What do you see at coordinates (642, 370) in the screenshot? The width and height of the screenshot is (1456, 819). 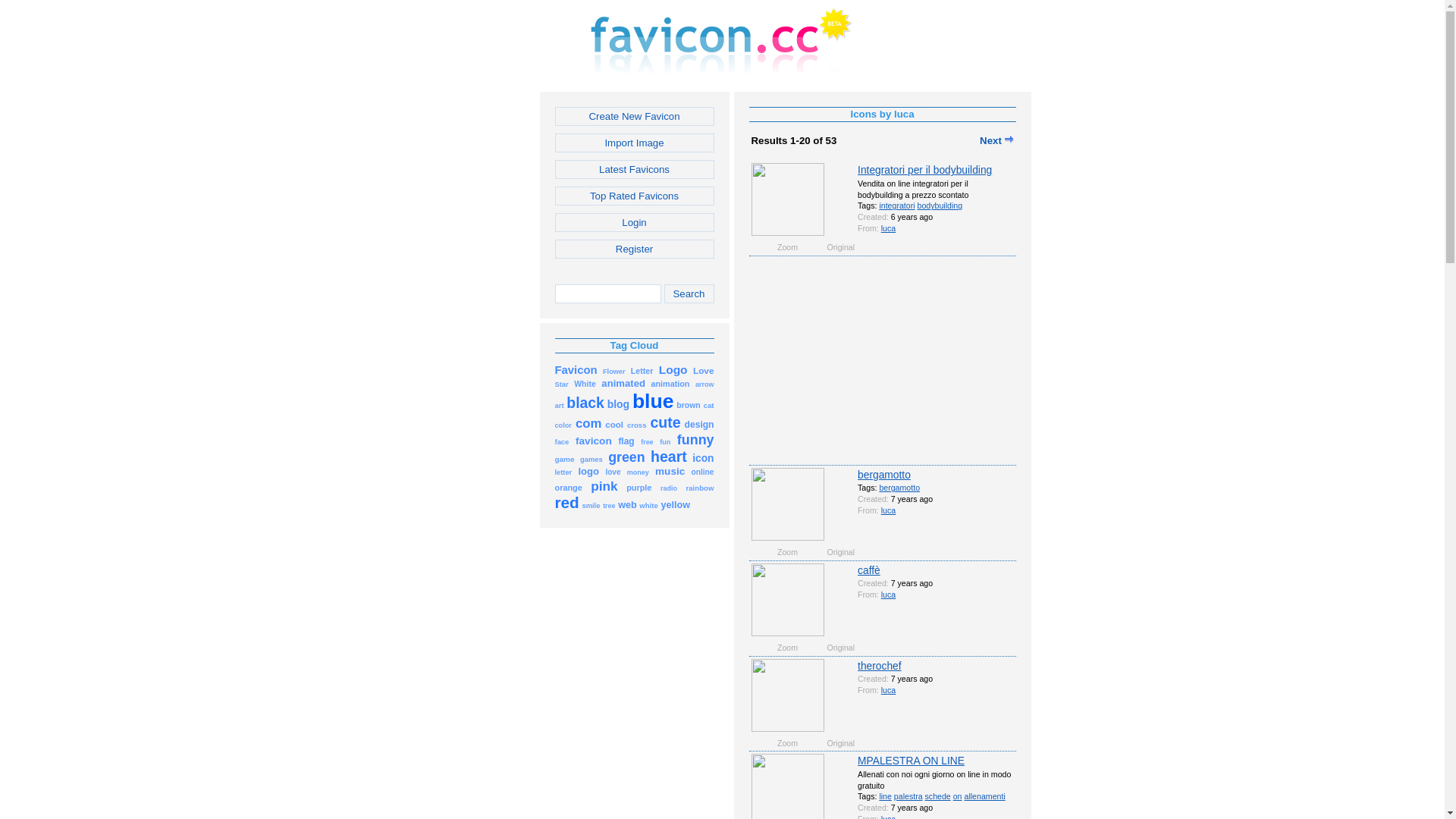 I see `'Letter'` at bounding box center [642, 370].